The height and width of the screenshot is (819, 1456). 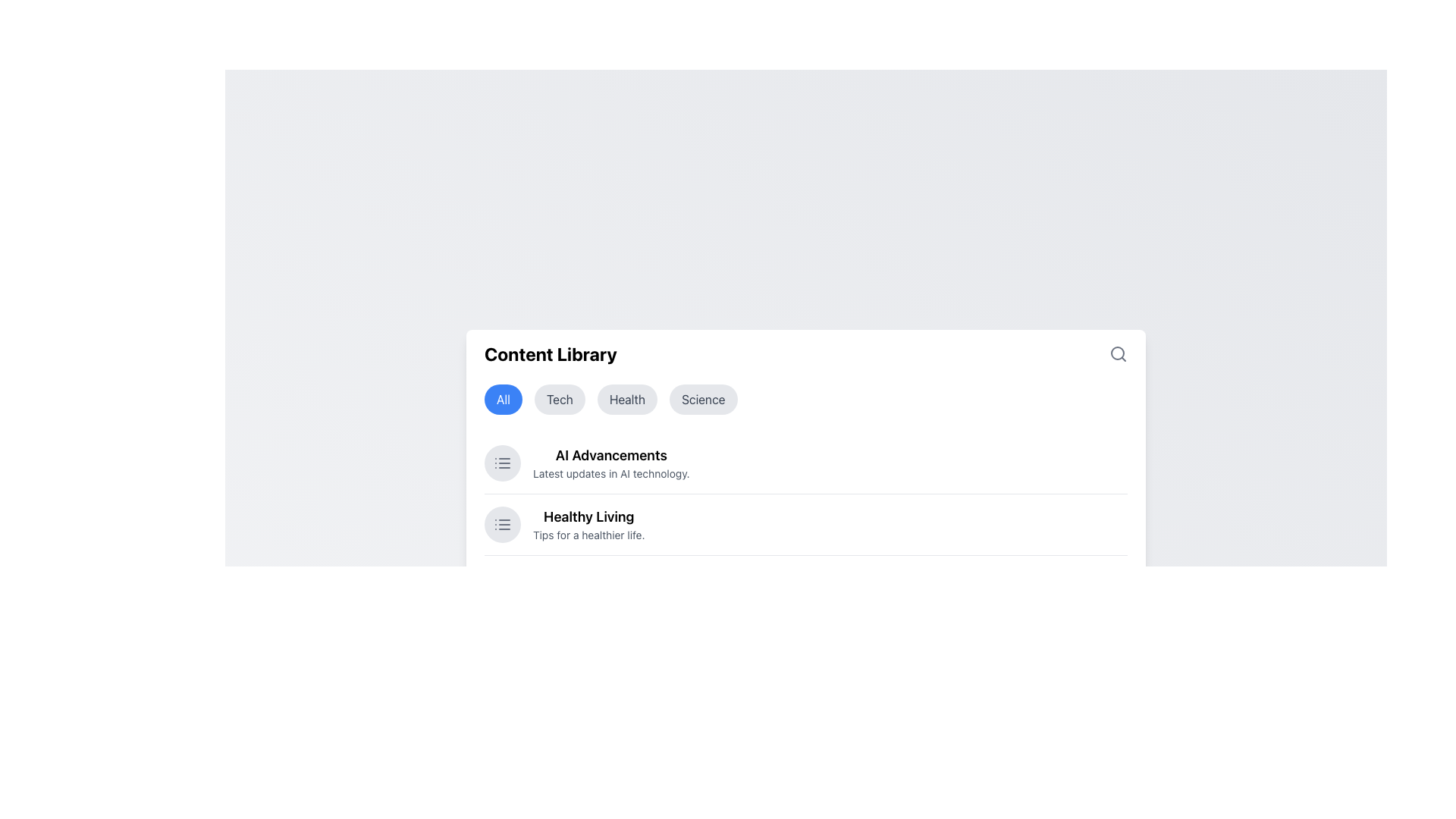 I want to click on the Icon Button located to the left of the 'Healthy Living' text in the 'Content Library' section to interact with the content, so click(x=502, y=462).